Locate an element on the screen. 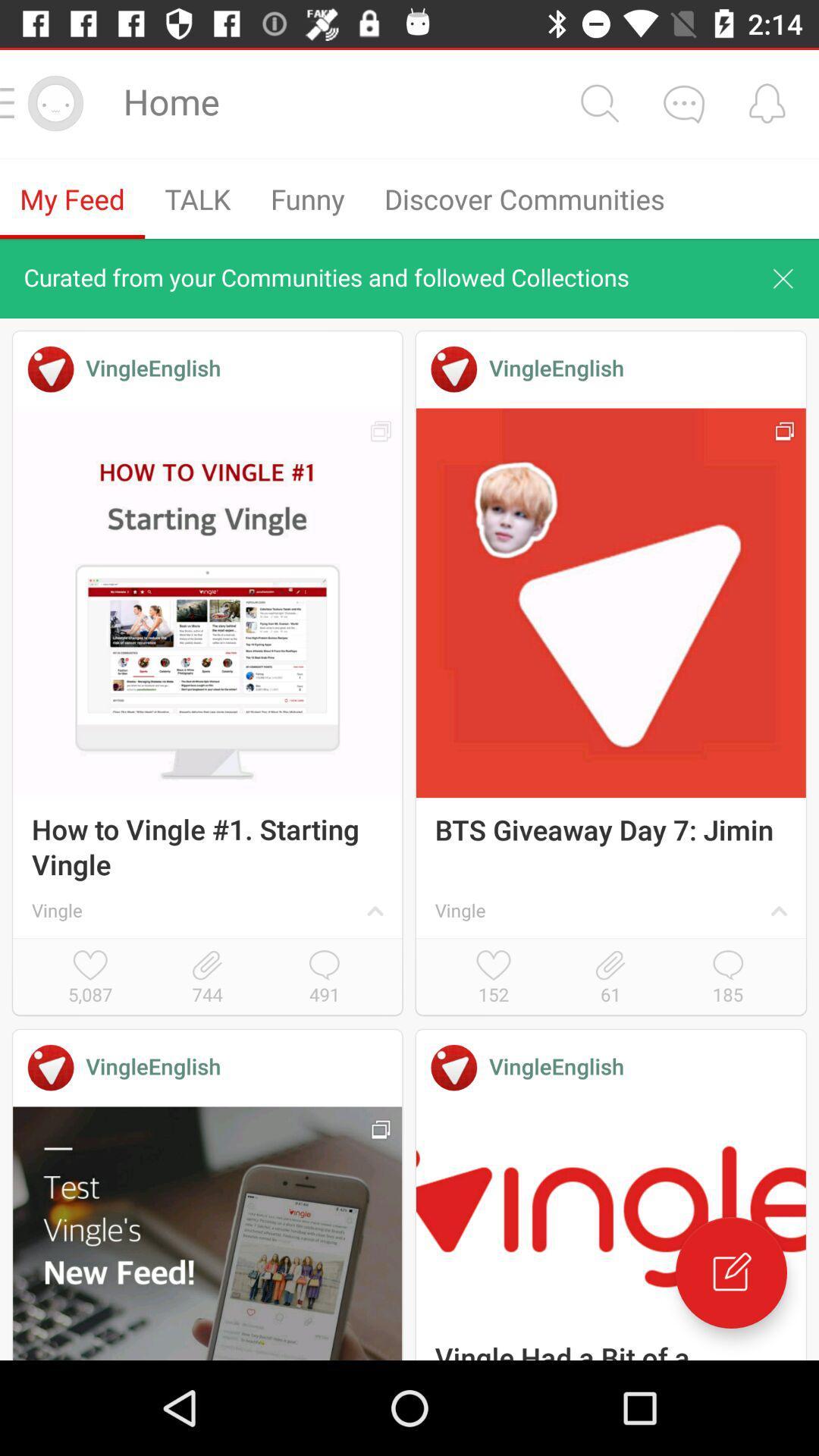 This screenshot has width=819, height=1456. icon below the vingle is located at coordinates (727, 978).